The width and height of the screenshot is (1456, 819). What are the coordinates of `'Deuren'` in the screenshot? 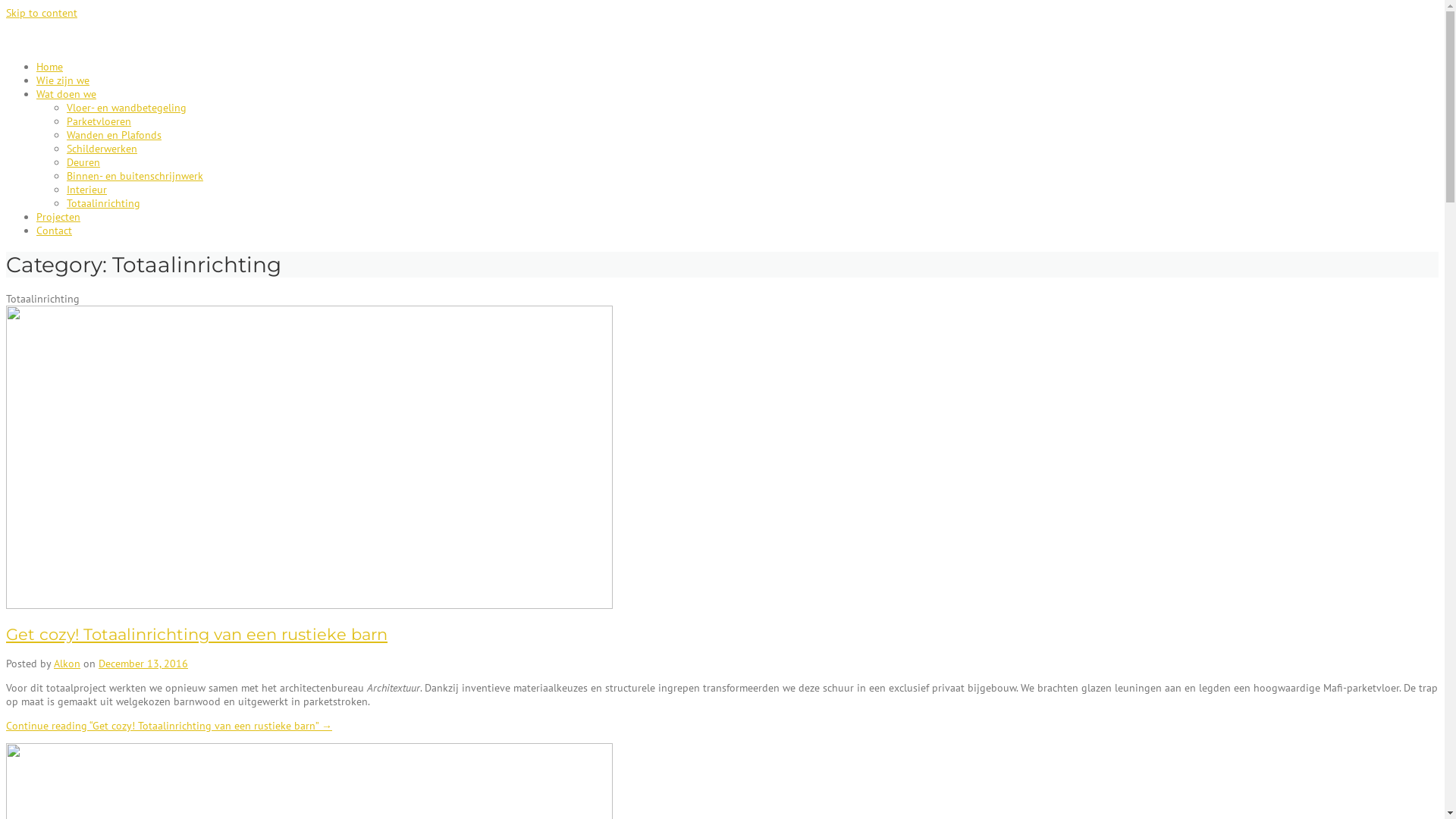 It's located at (83, 162).